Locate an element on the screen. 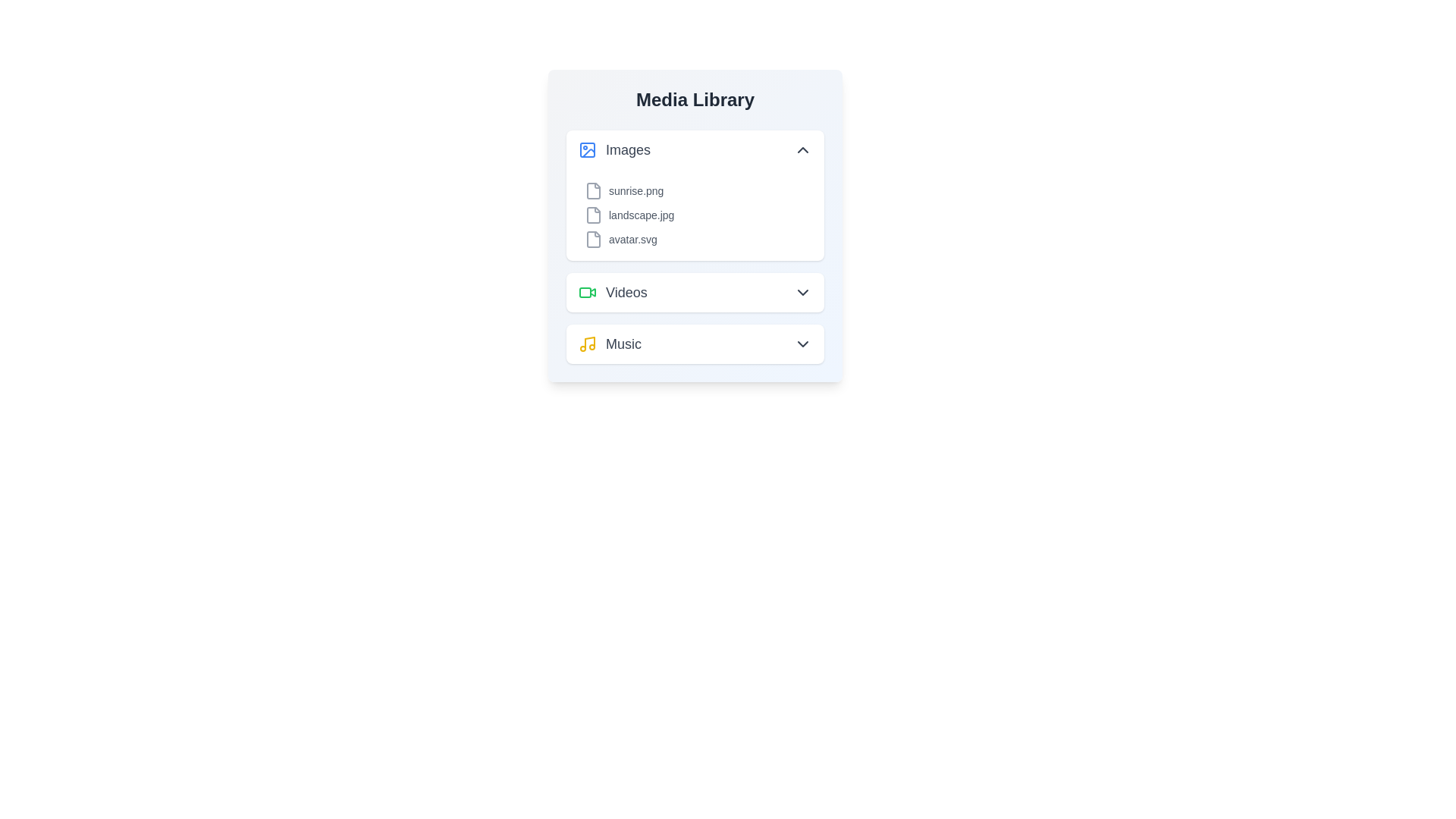 The height and width of the screenshot is (819, 1456). the Chevron toggle icon located on the right-hand side of the 'Images' section for keyboard navigation is located at coordinates (802, 149).